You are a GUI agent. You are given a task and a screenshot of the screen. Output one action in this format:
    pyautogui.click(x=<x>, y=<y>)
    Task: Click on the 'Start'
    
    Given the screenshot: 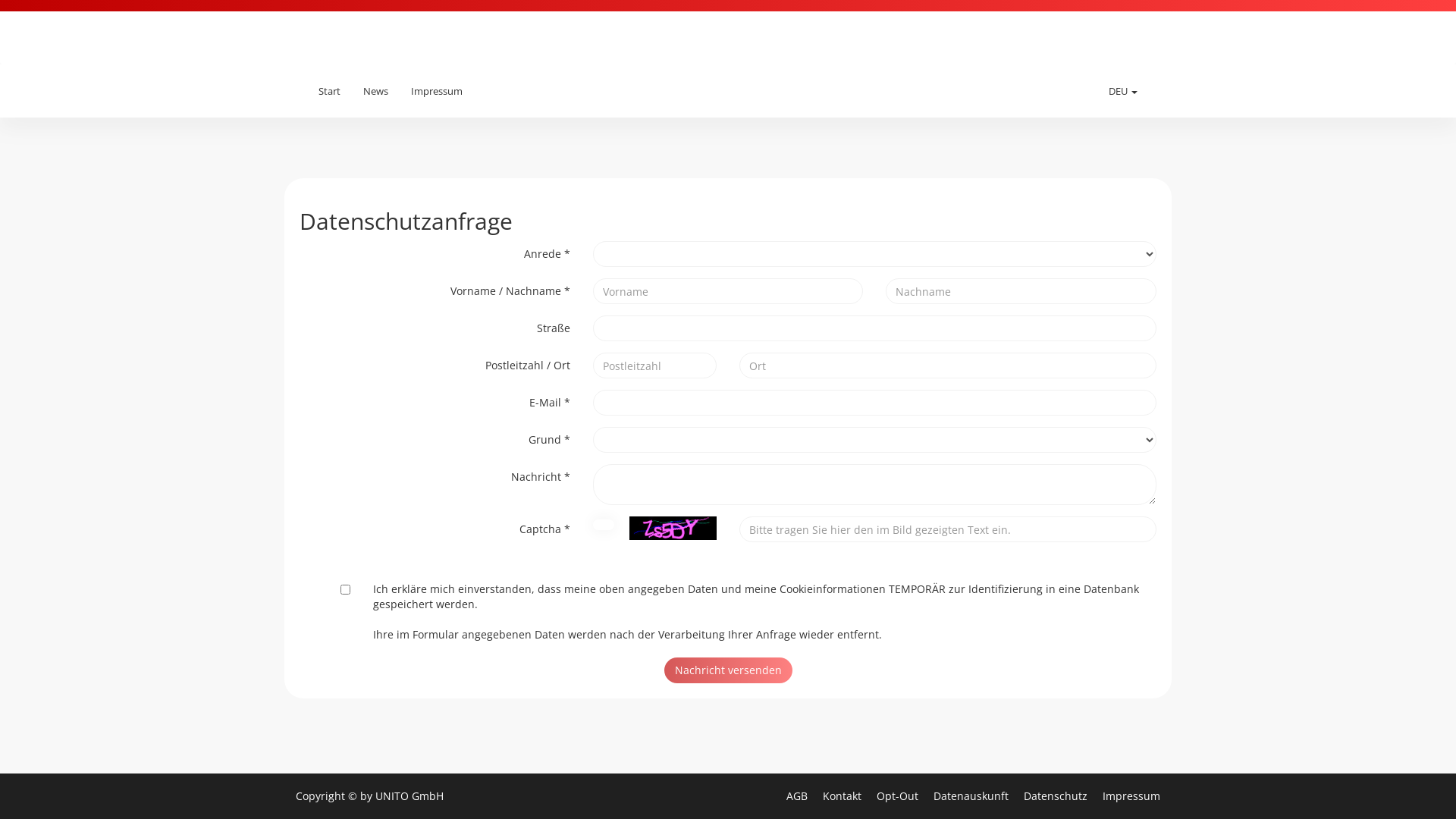 What is the action you would take?
    pyautogui.click(x=328, y=90)
    